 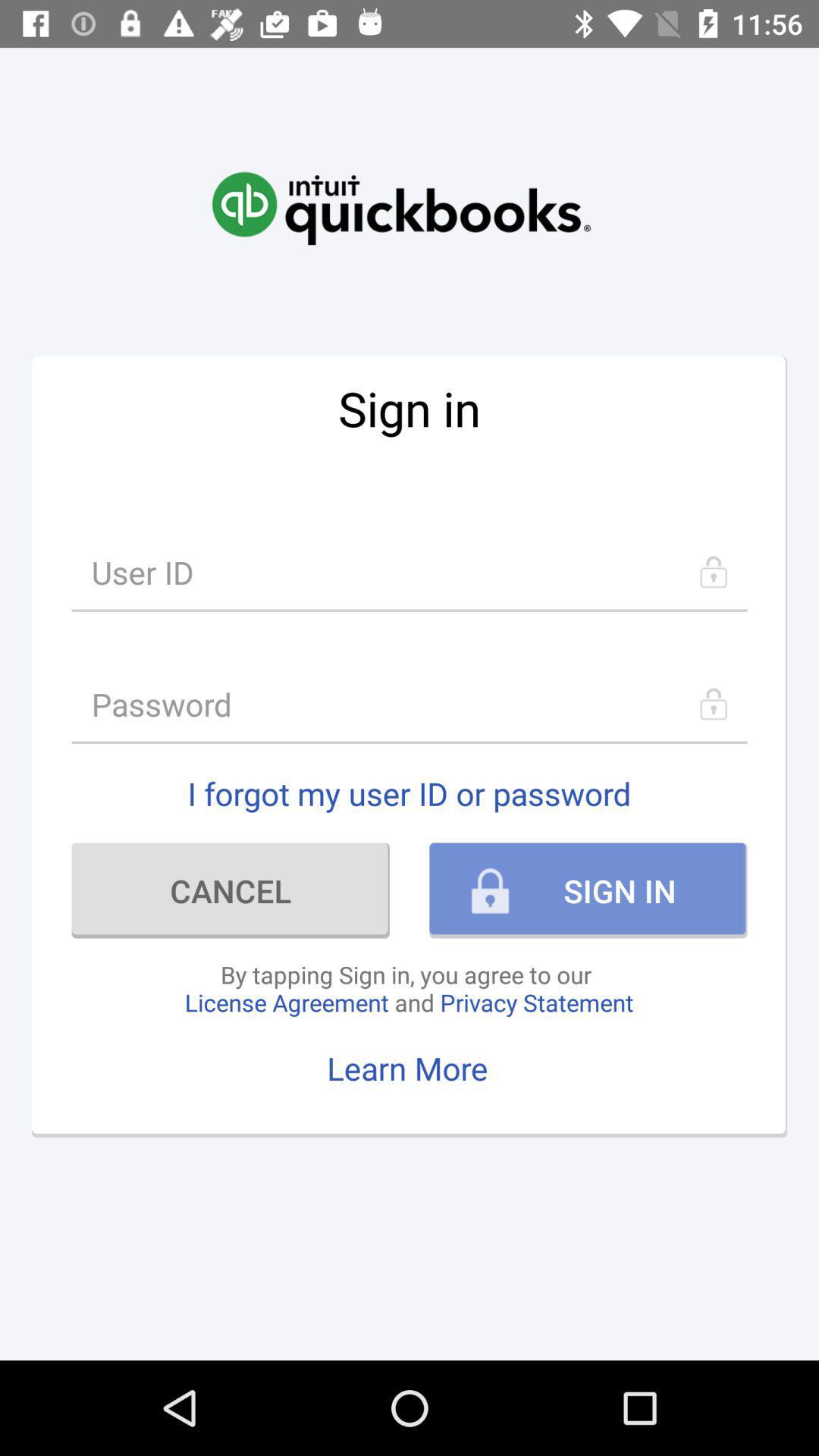 I want to click on the cancel item, so click(x=231, y=890).